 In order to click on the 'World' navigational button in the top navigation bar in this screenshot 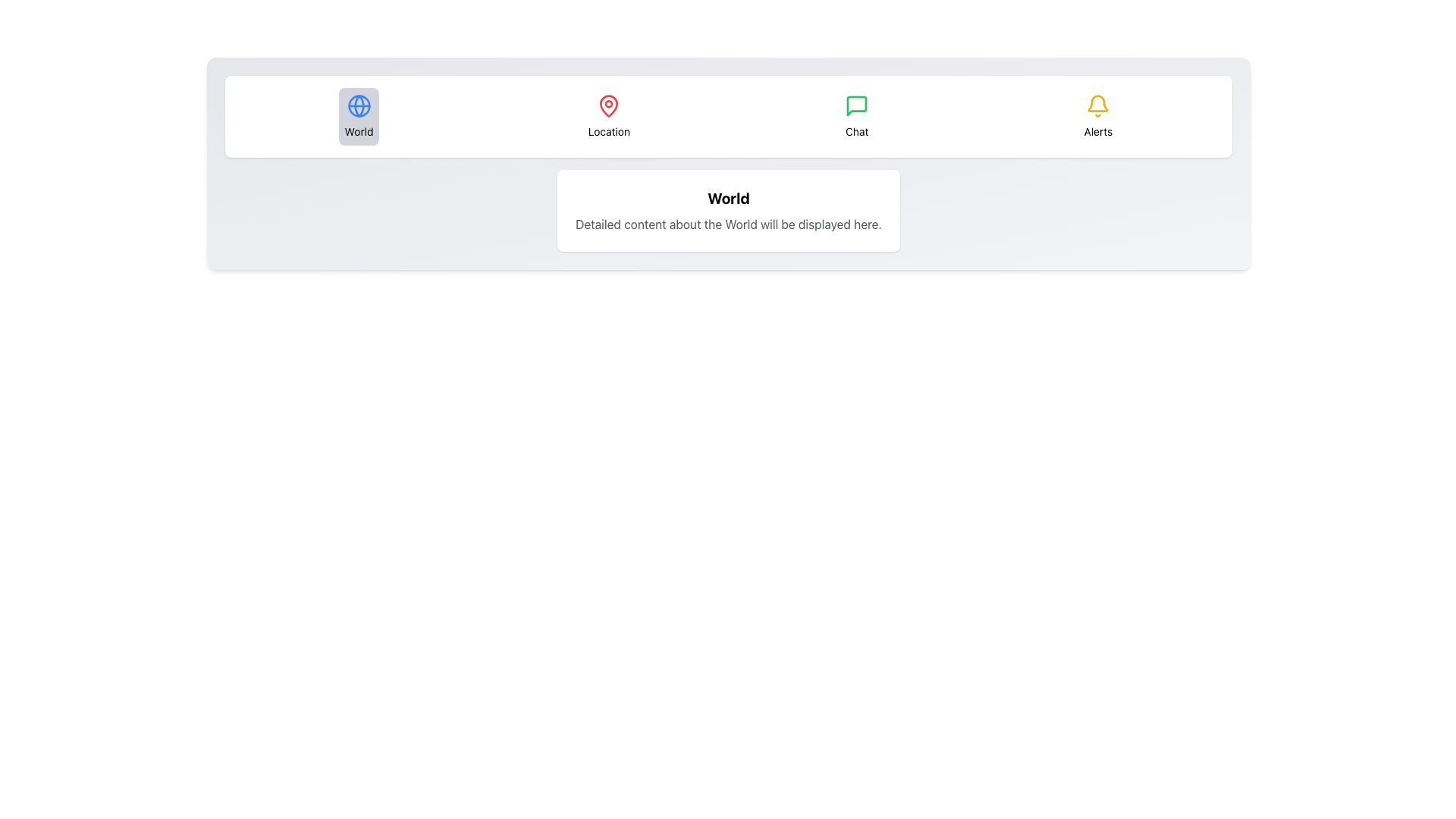, I will do `click(358, 105)`.